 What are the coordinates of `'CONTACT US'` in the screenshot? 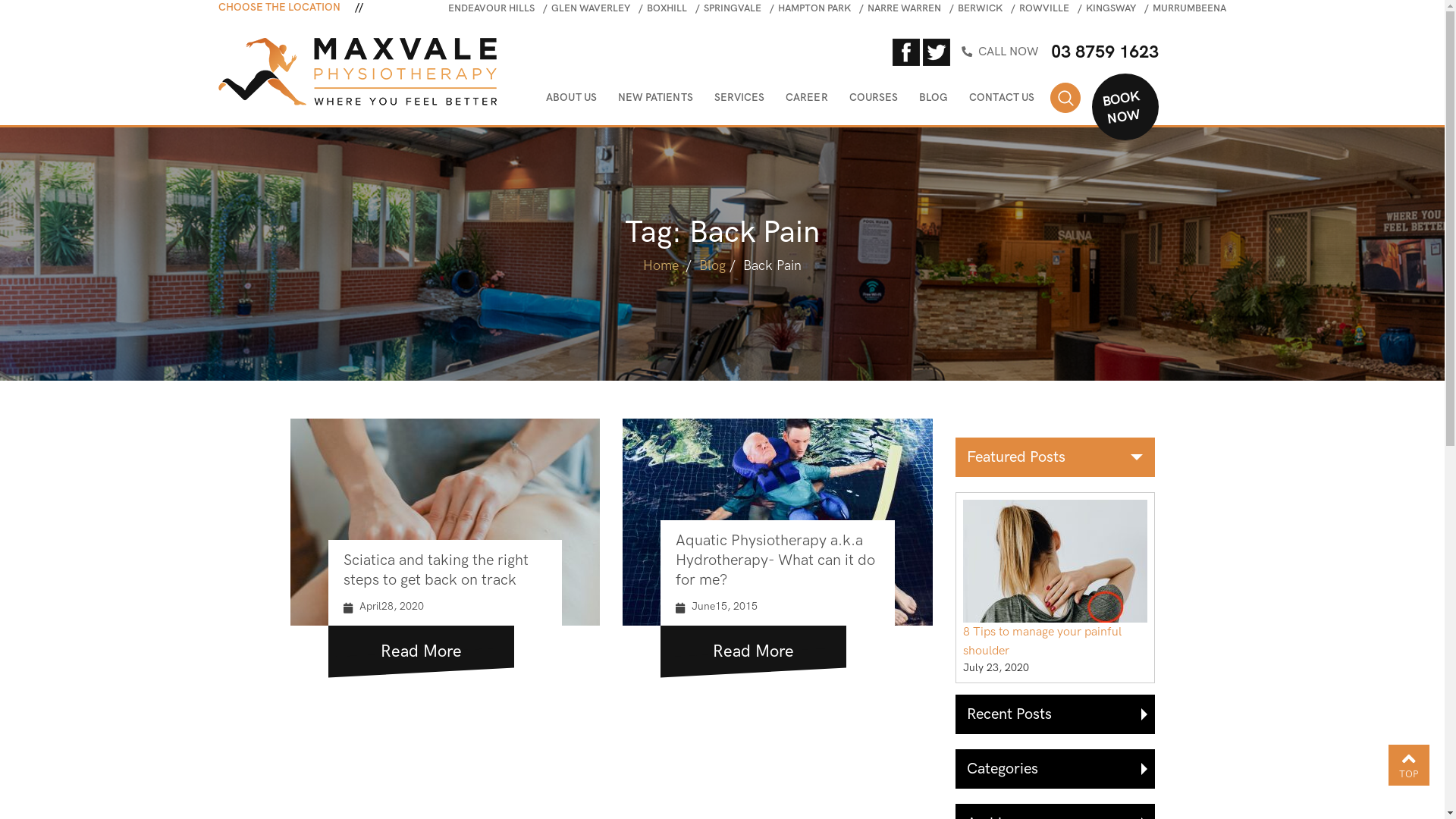 It's located at (968, 100).